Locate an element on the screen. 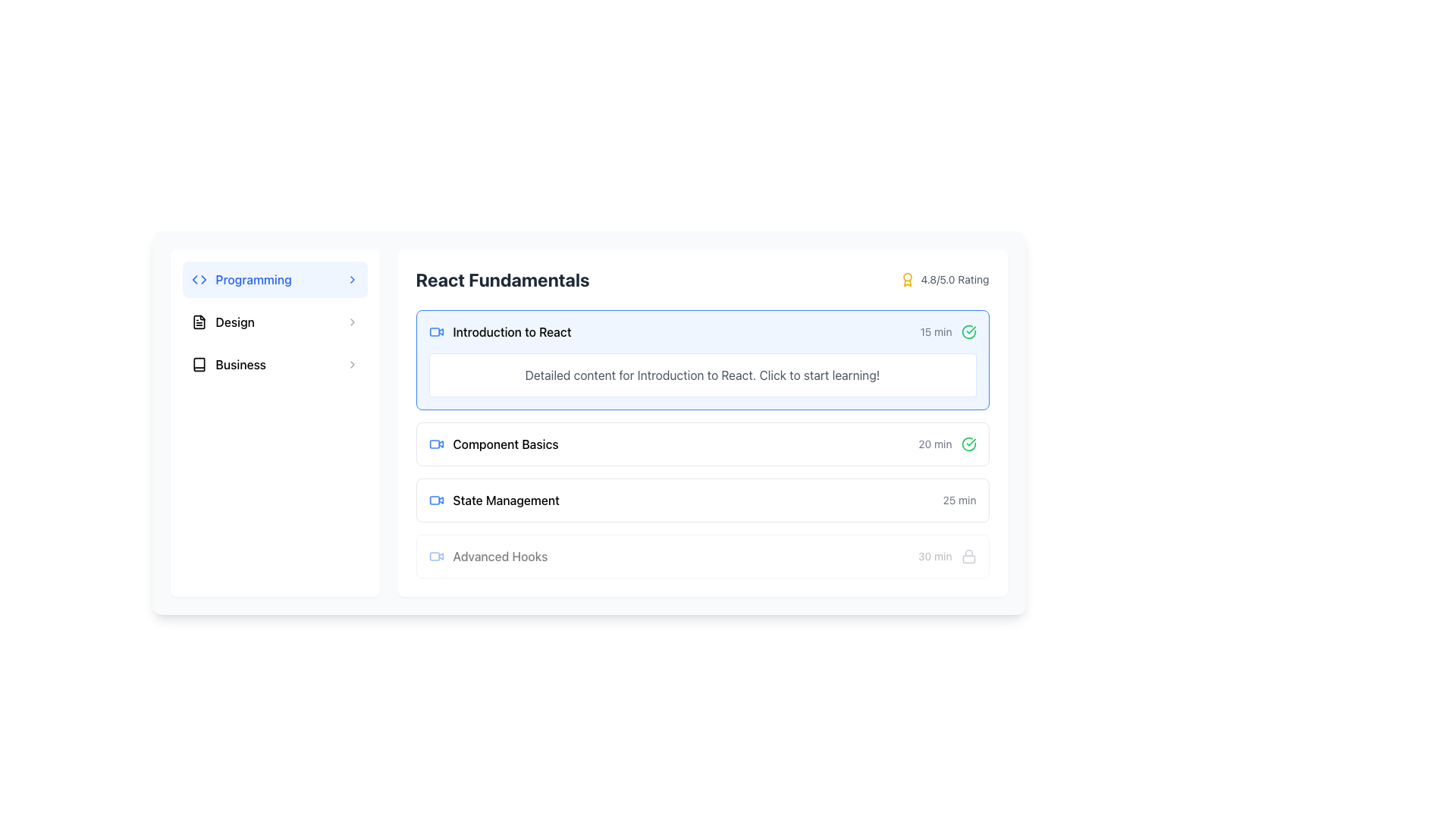 The image size is (1456, 819). the 'Component Basics' text label located under the 'React Fundamentals' section is located at coordinates (506, 444).